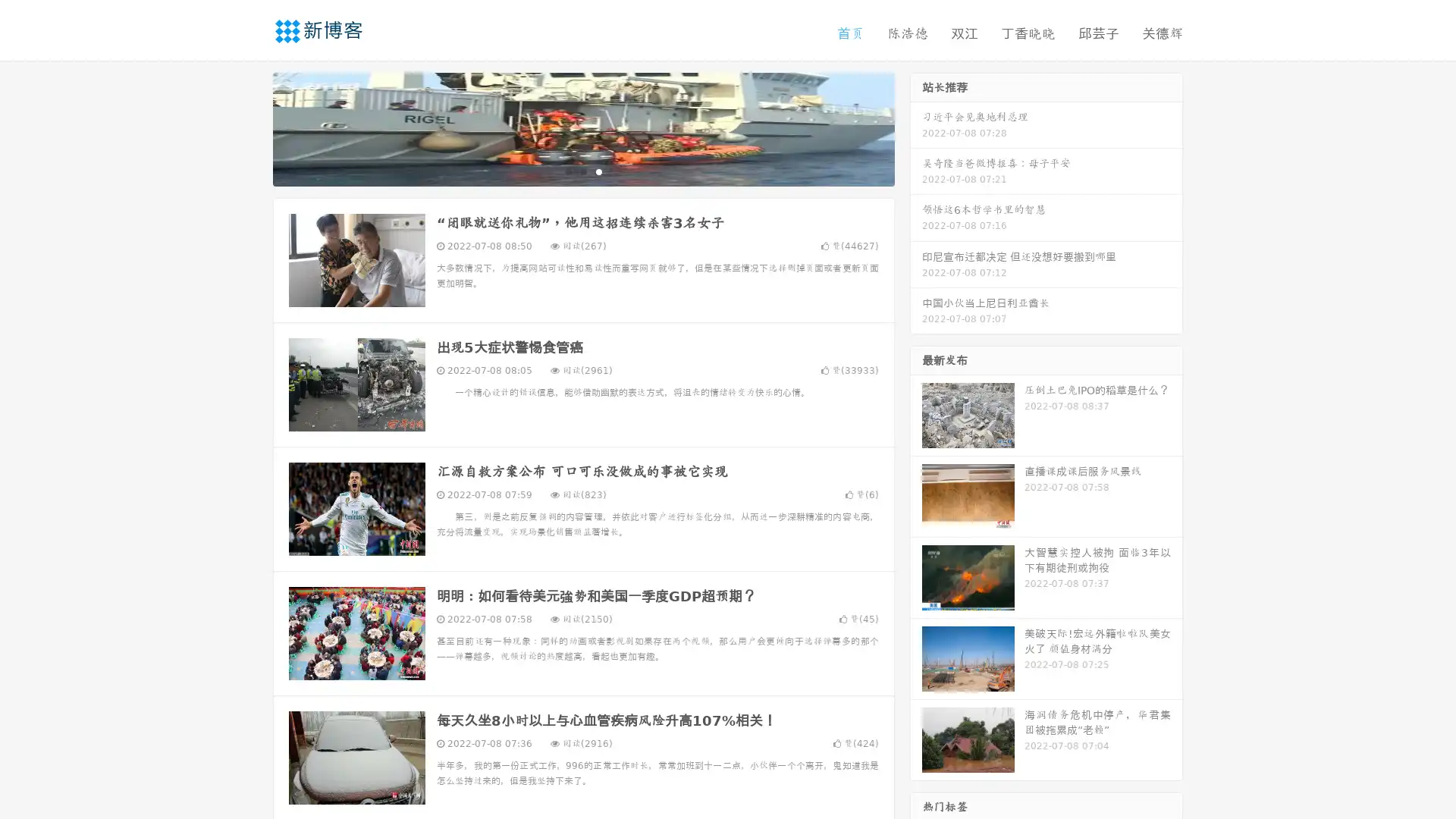 Image resolution: width=1456 pixels, height=819 pixels. Describe the element at coordinates (916, 127) in the screenshot. I see `Next slide` at that location.